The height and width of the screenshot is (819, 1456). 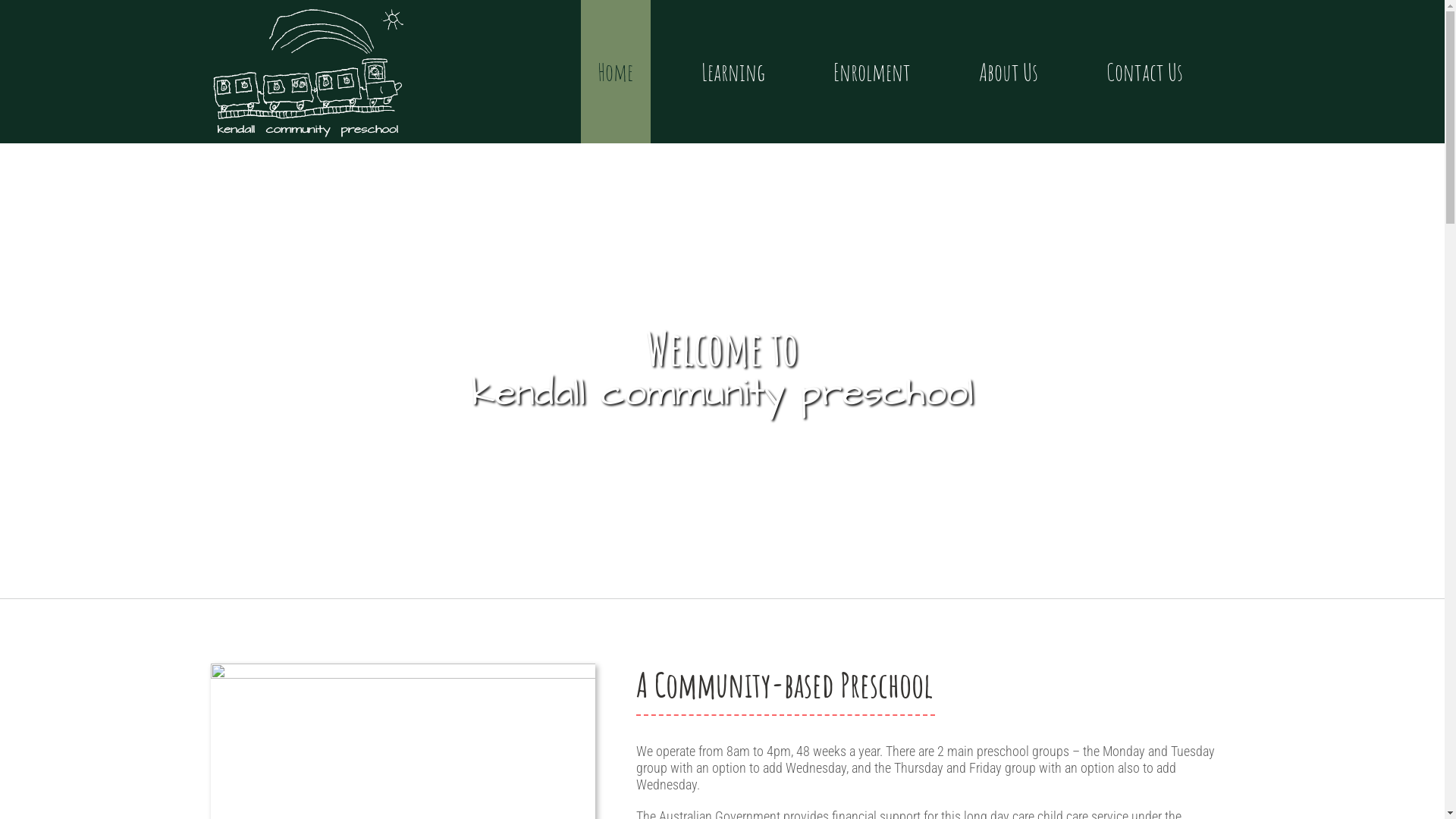 What do you see at coordinates (1008, 71) in the screenshot?
I see `'About Us'` at bounding box center [1008, 71].